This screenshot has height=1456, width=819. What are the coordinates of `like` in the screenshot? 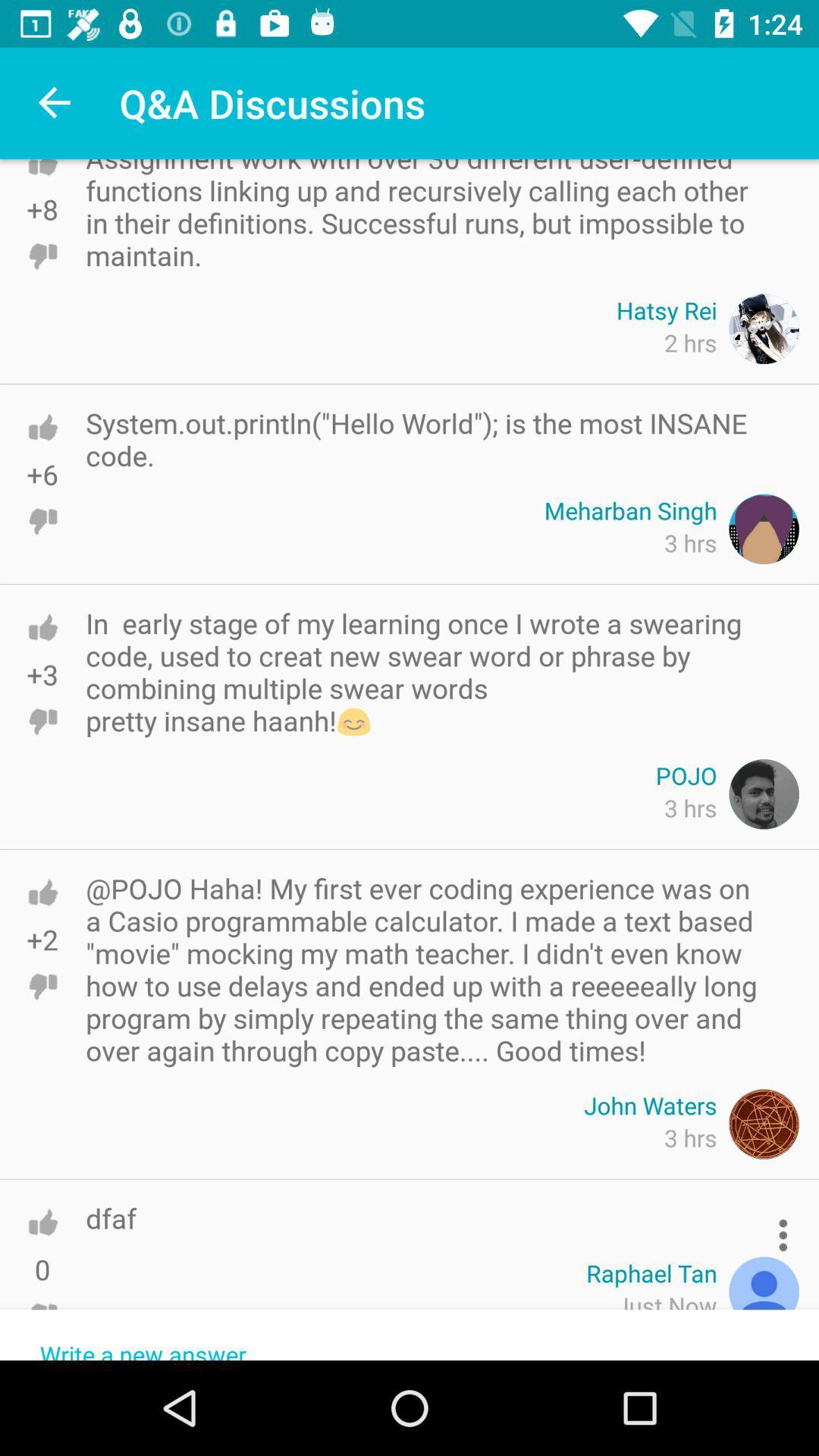 It's located at (42, 720).